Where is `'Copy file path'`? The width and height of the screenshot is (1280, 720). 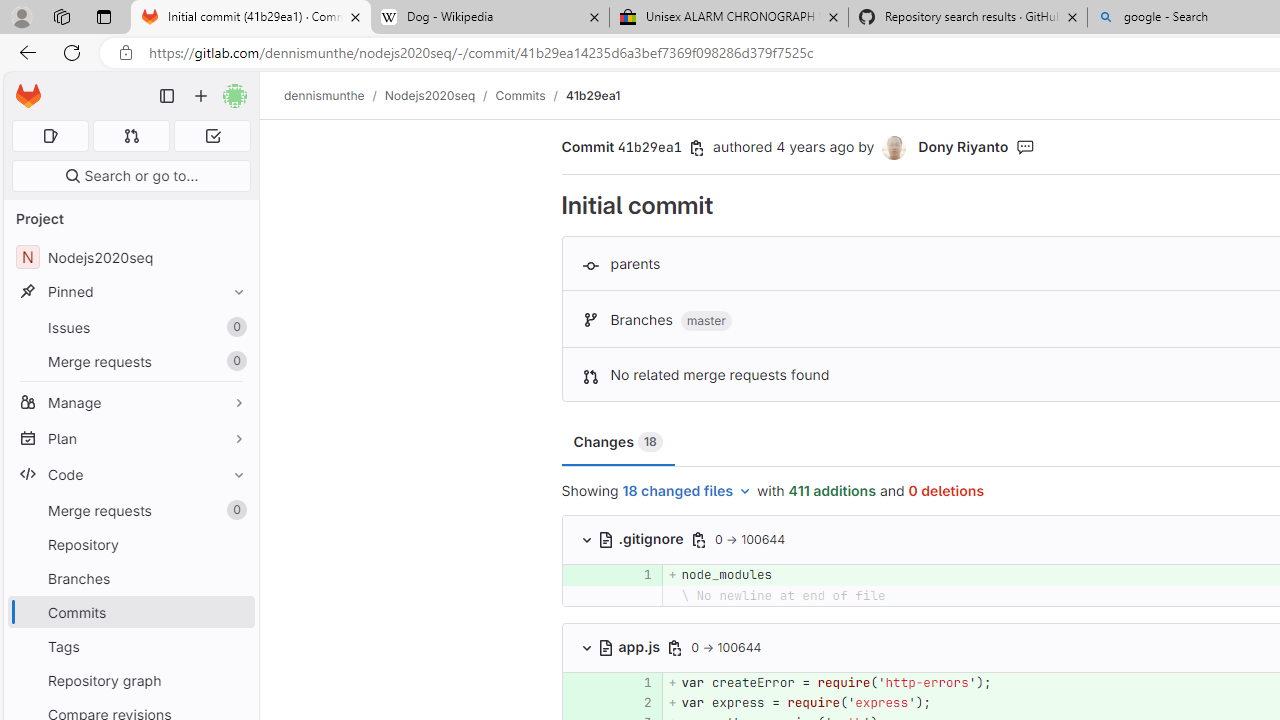
'Copy file path' is located at coordinates (675, 647).